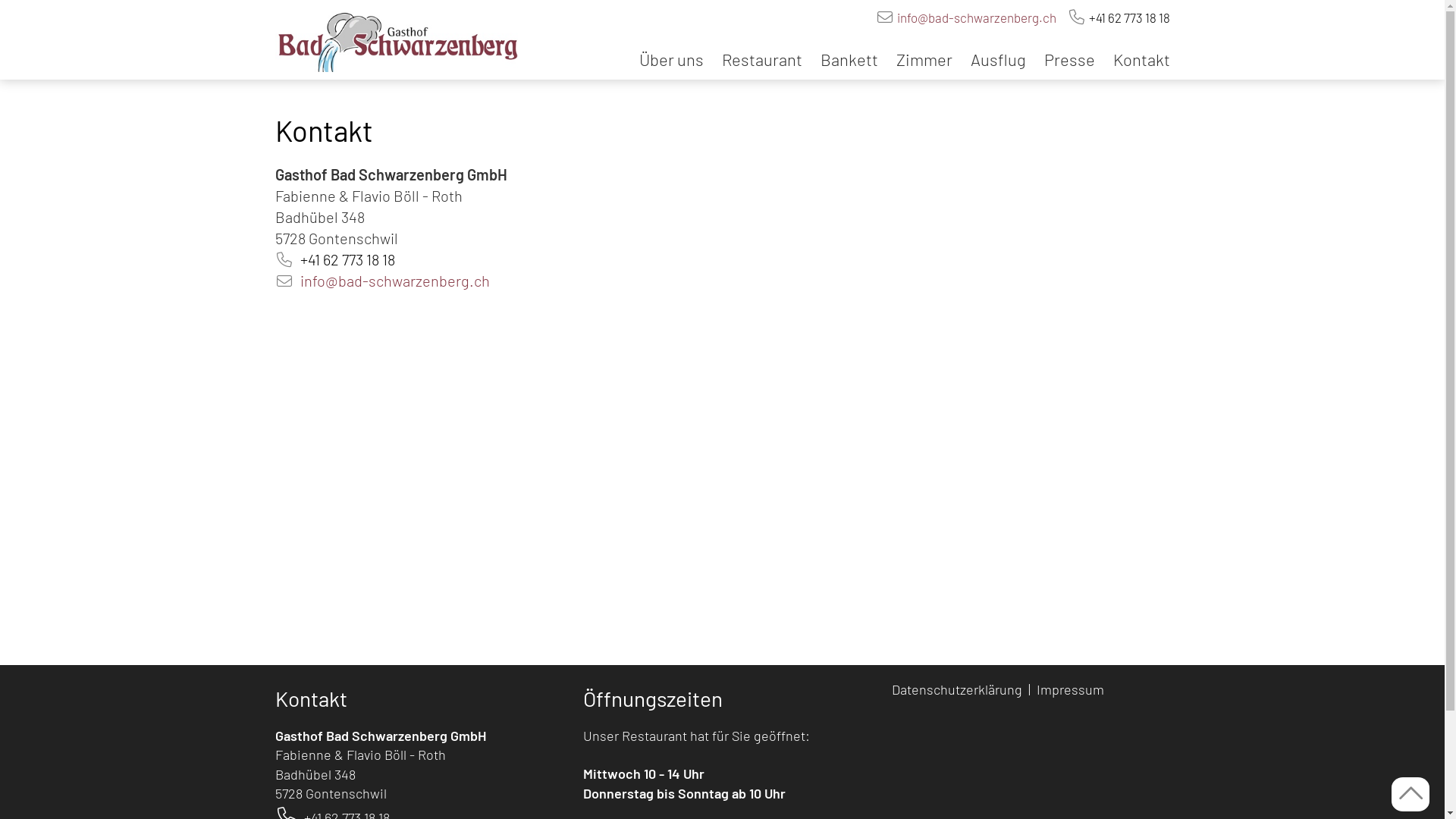  Describe the element at coordinates (975, 17) in the screenshot. I see `'info@bad-schwarzenberg.ch'` at that location.